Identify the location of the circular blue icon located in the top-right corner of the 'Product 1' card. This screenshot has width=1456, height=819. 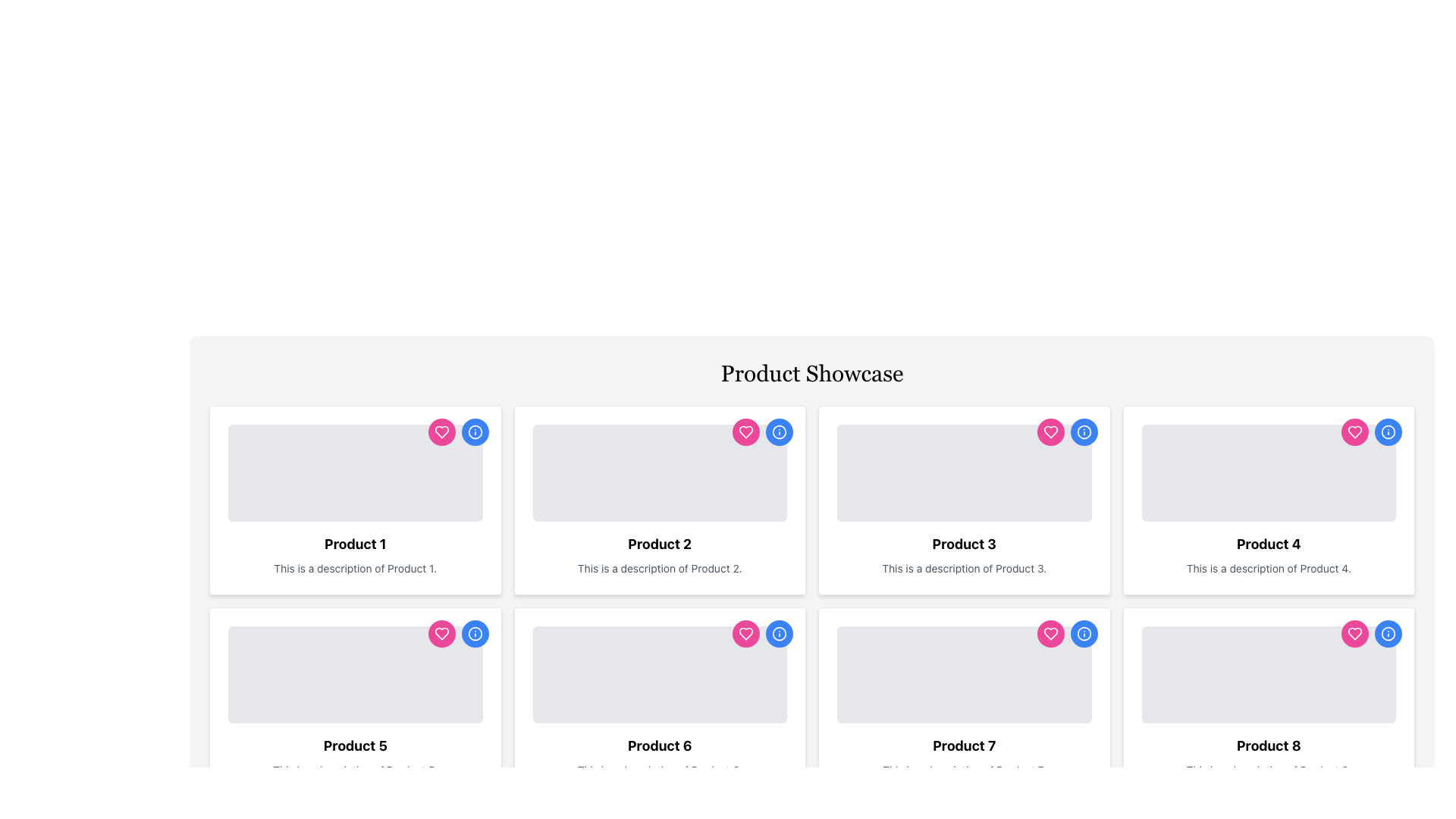
(474, 432).